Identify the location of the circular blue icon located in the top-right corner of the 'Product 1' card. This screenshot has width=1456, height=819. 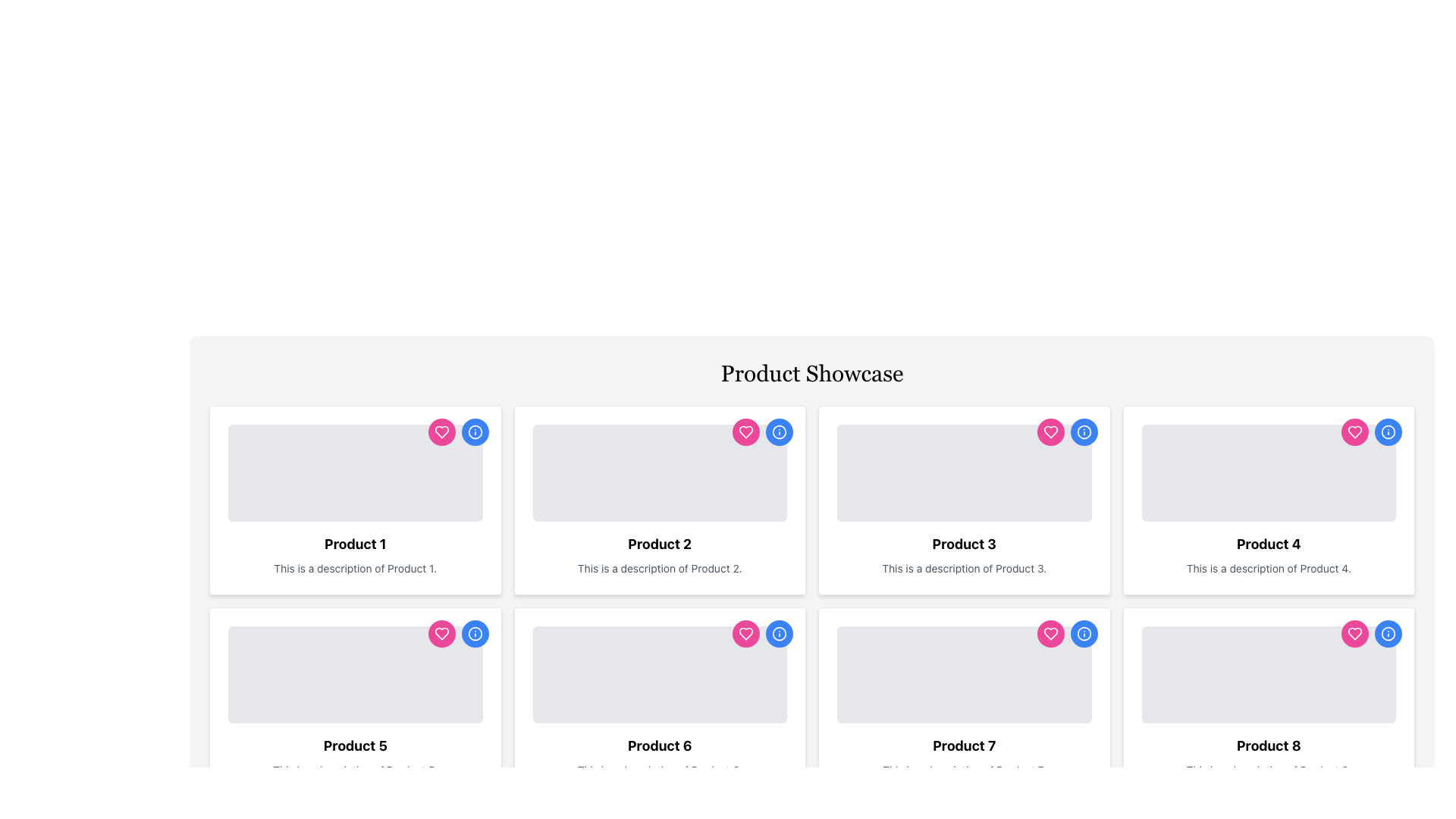
(474, 432).